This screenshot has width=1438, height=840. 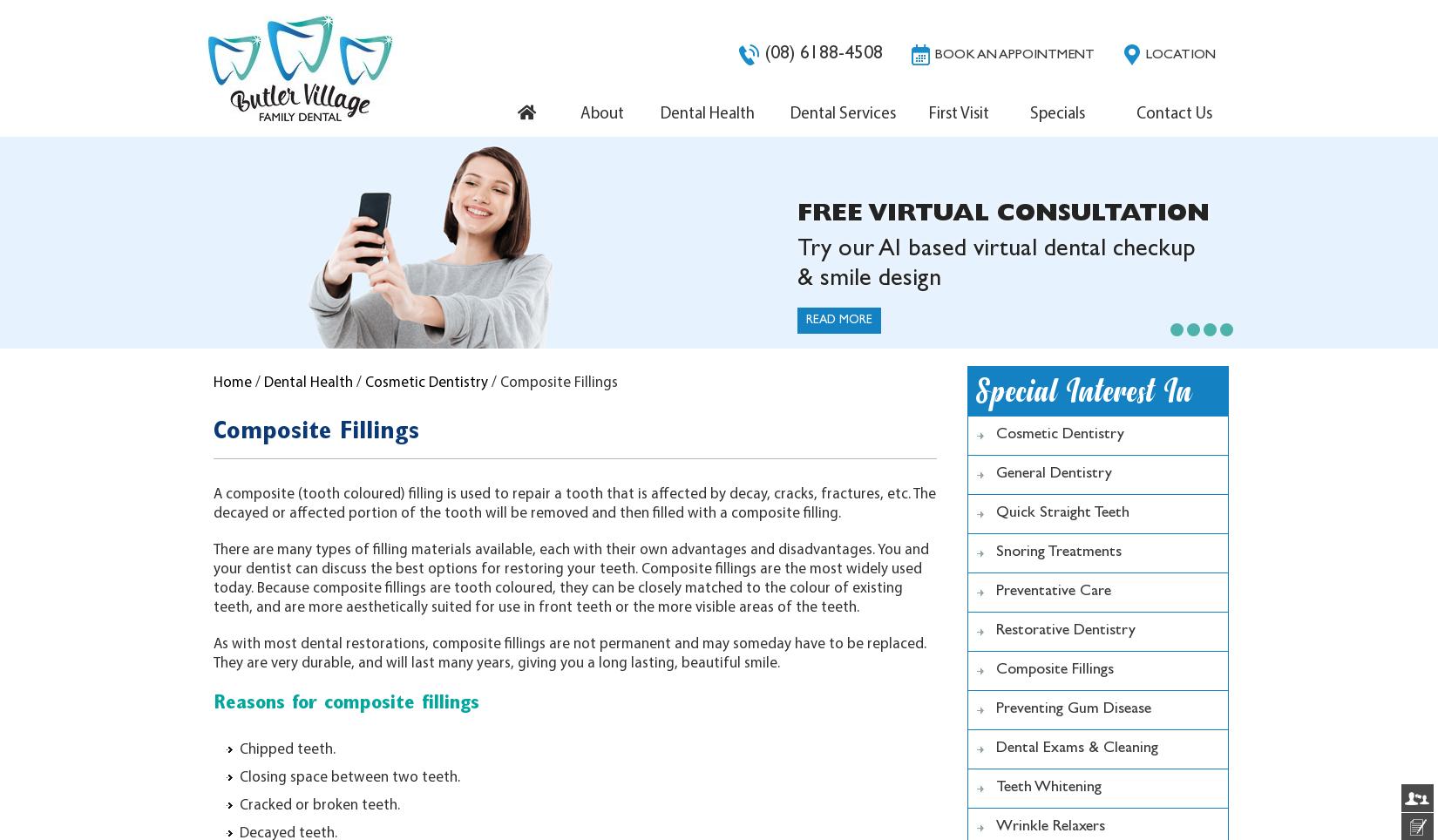 I want to click on 'Preventing Gum Disease', so click(x=995, y=708).